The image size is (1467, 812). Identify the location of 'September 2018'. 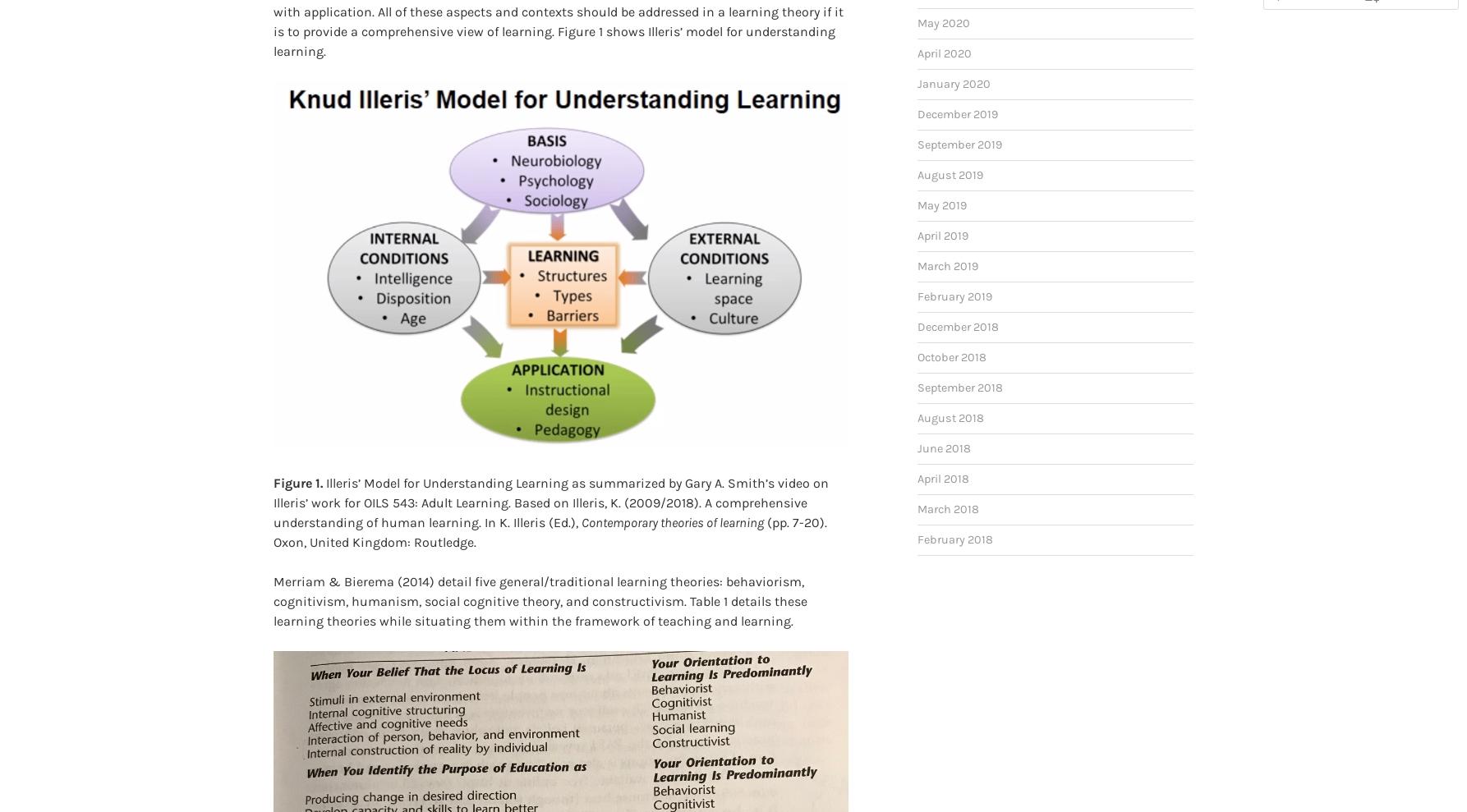
(959, 360).